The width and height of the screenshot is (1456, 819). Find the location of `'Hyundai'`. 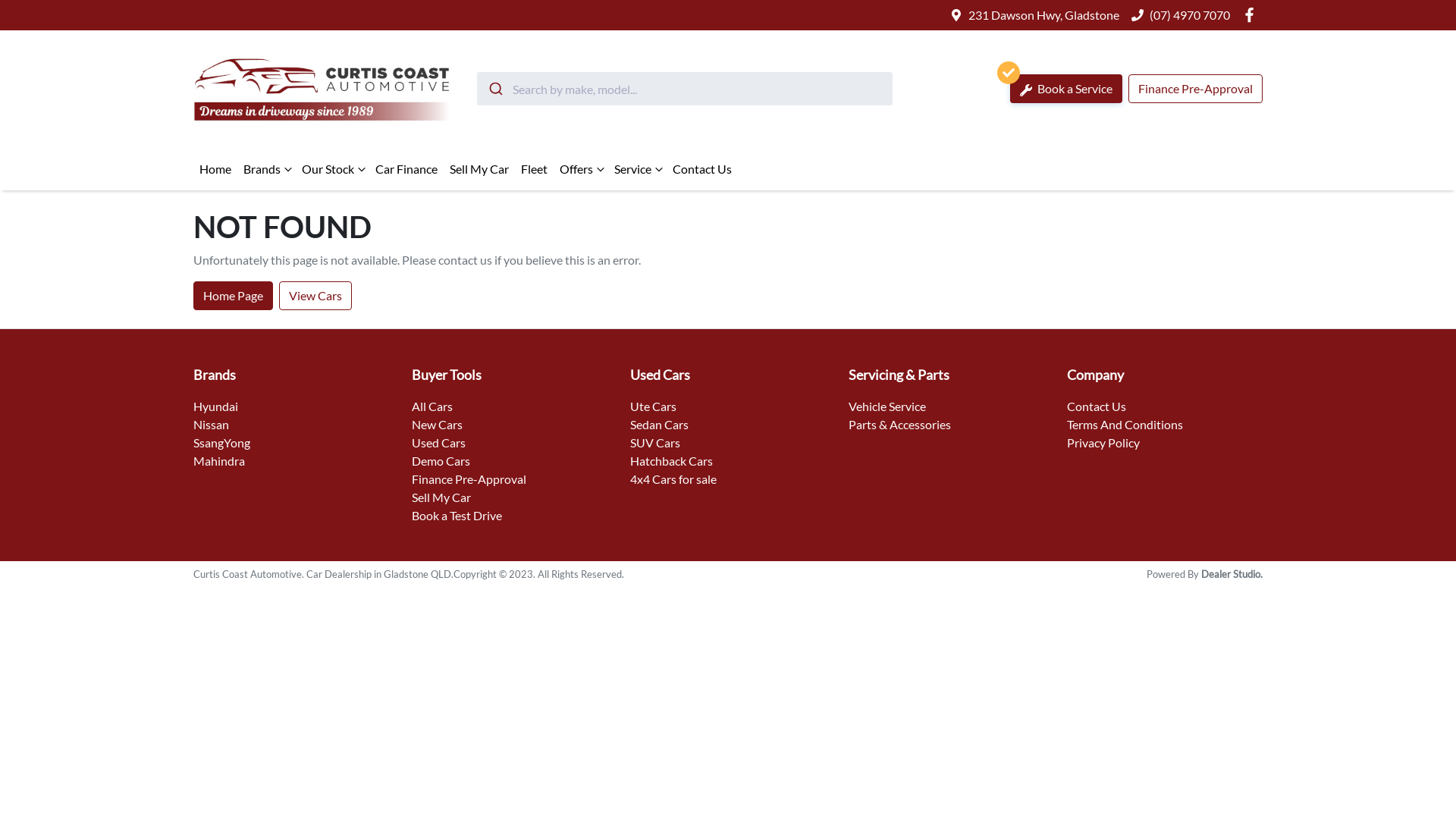

'Hyundai' is located at coordinates (215, 405).